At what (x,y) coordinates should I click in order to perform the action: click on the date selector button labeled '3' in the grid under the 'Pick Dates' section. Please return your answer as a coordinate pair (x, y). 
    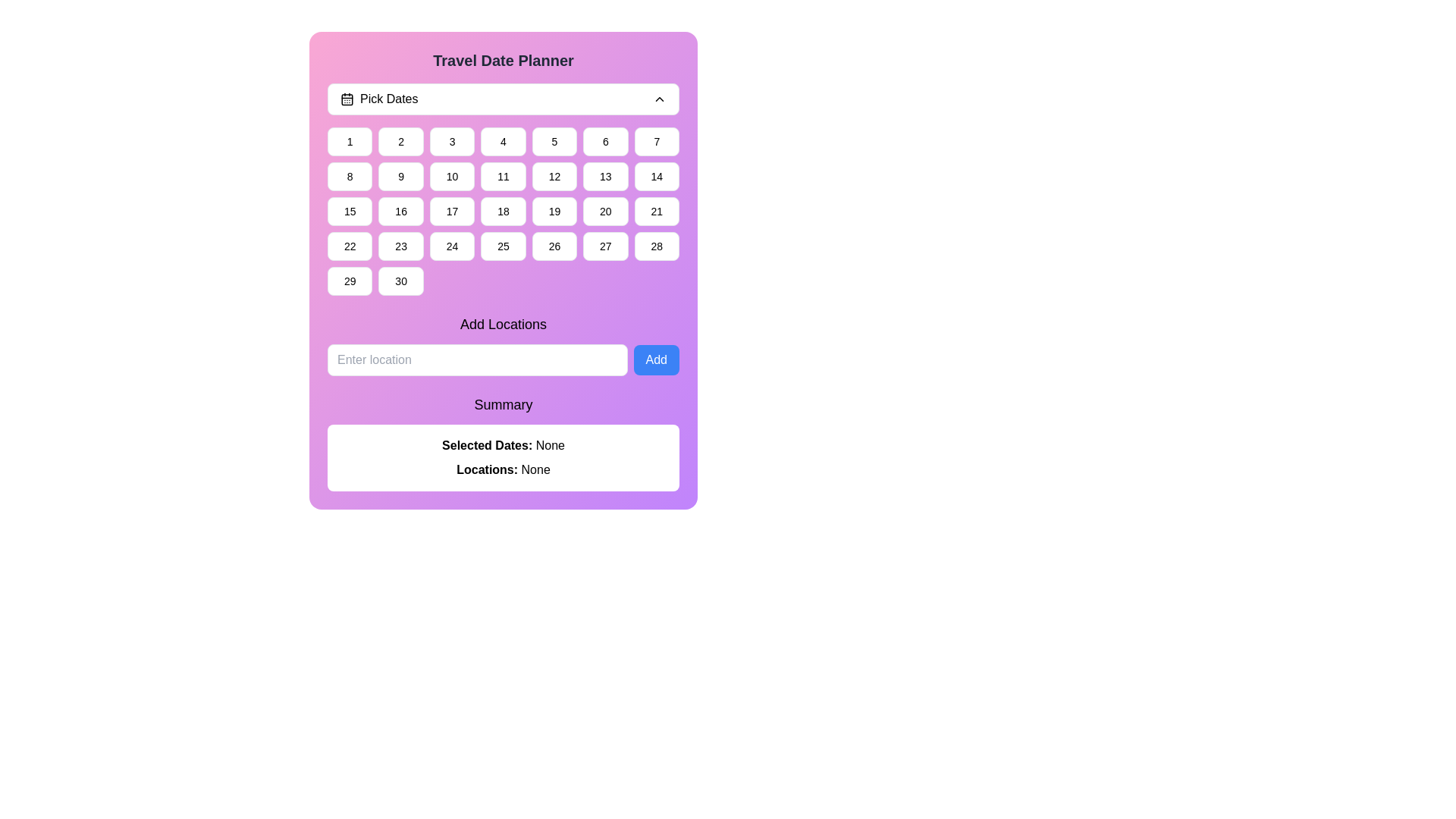
    Looking at the image, I should click on (451, 141).